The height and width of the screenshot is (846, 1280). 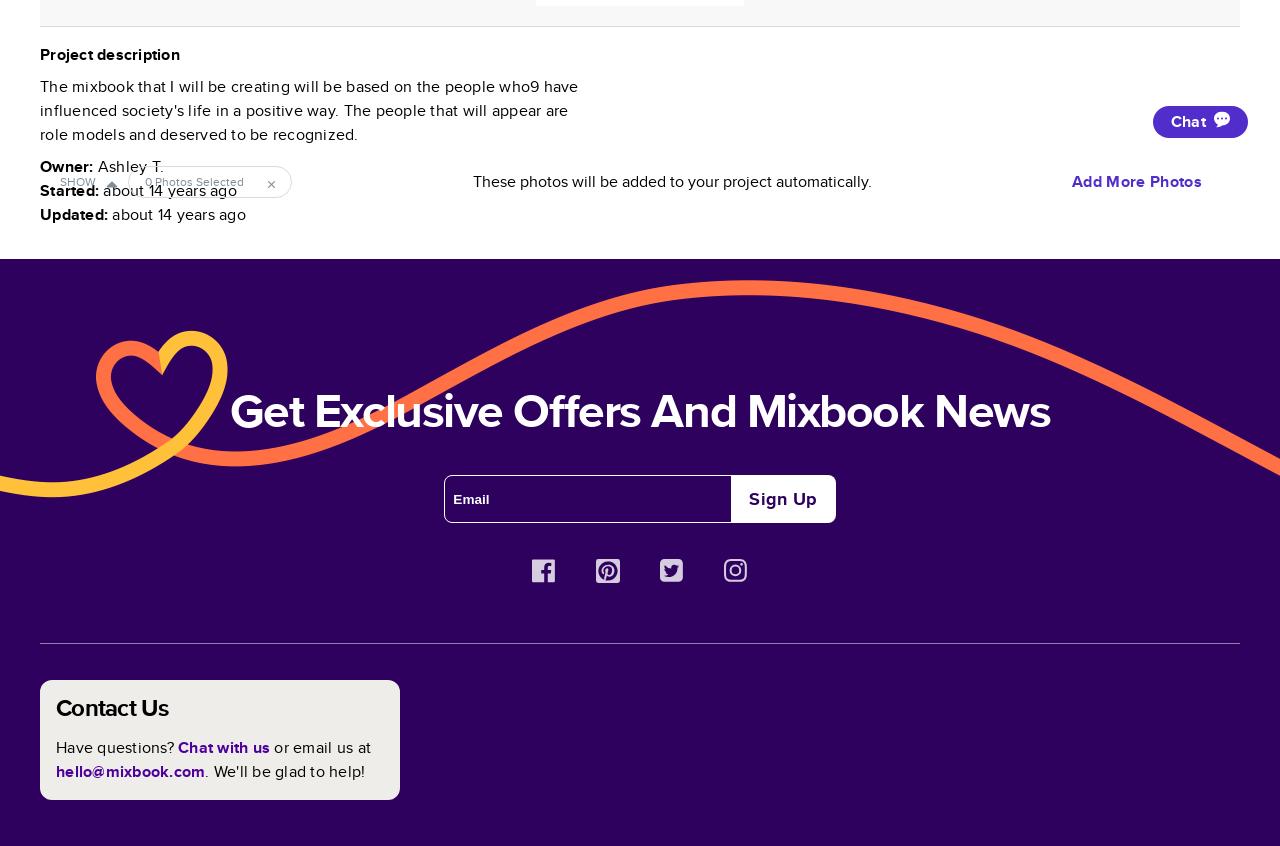 What do you see at coordinates (322, 746) in the screenshot?
I see `'or email us at'` at bounding box center [322, 746].